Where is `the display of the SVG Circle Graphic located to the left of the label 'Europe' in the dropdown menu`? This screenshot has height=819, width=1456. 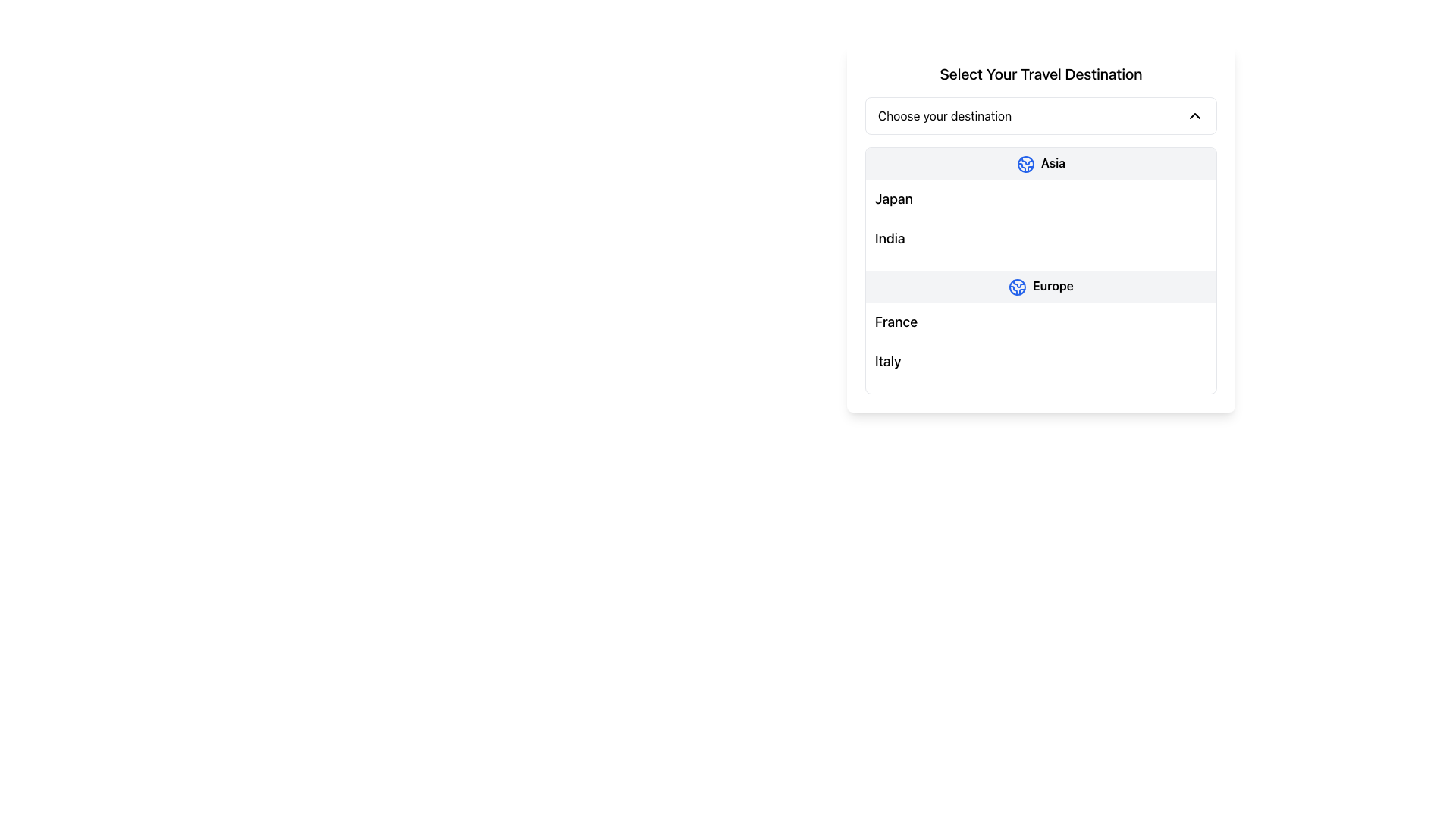
the display of the SVG Circle Graphic located to the left of the label 'Europe' in the dropdown menu is located at coordinates (1025, 164).